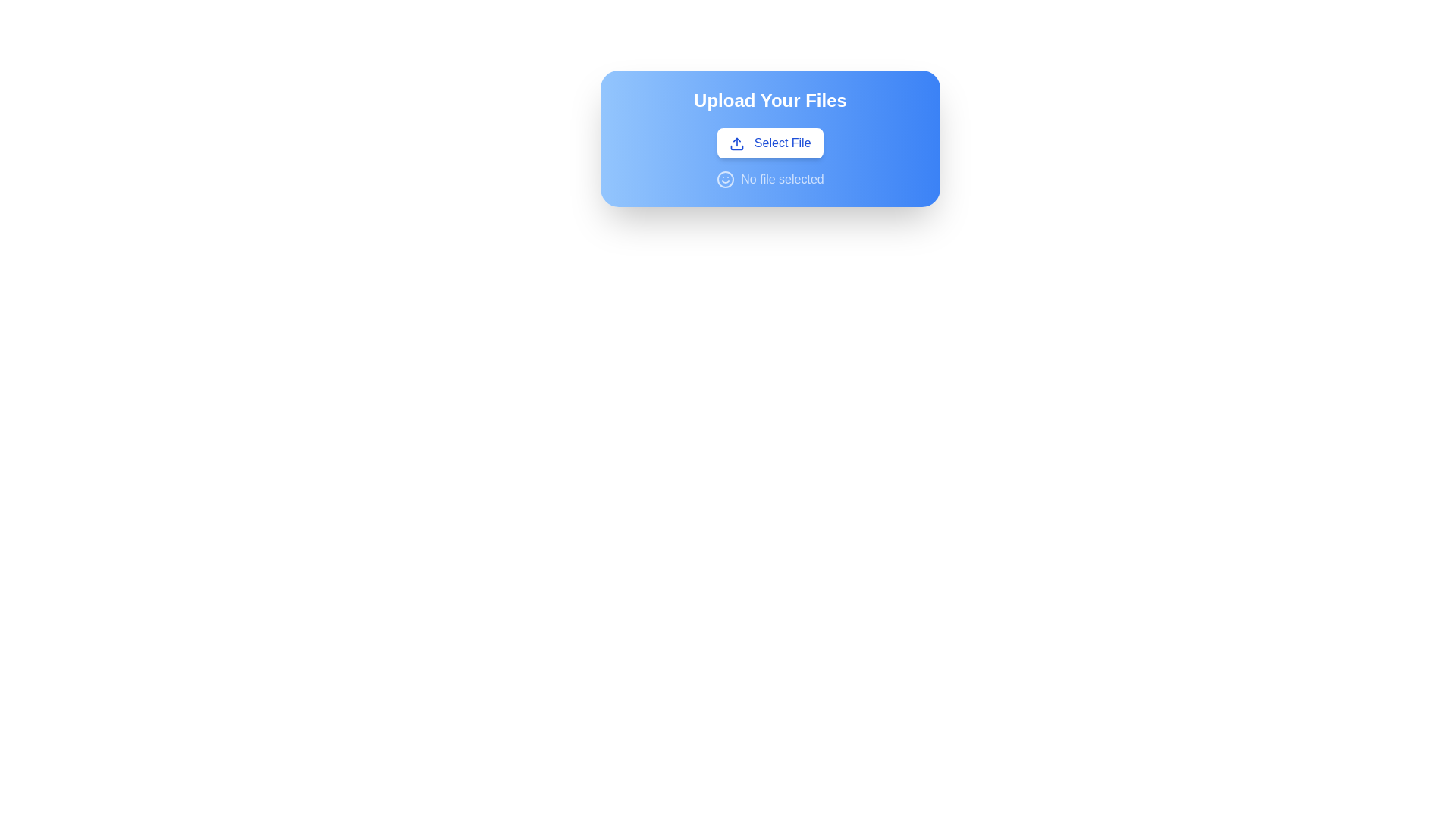 The image size is (1456, 819). What do you see at coordinates (725, 178) in the screenshot?
I see `attributes of the SVG circle element with a blue outline and white fill, located at the center of the smiley face icon beneath the 'Select File' button` at bounding box center [725, 178].